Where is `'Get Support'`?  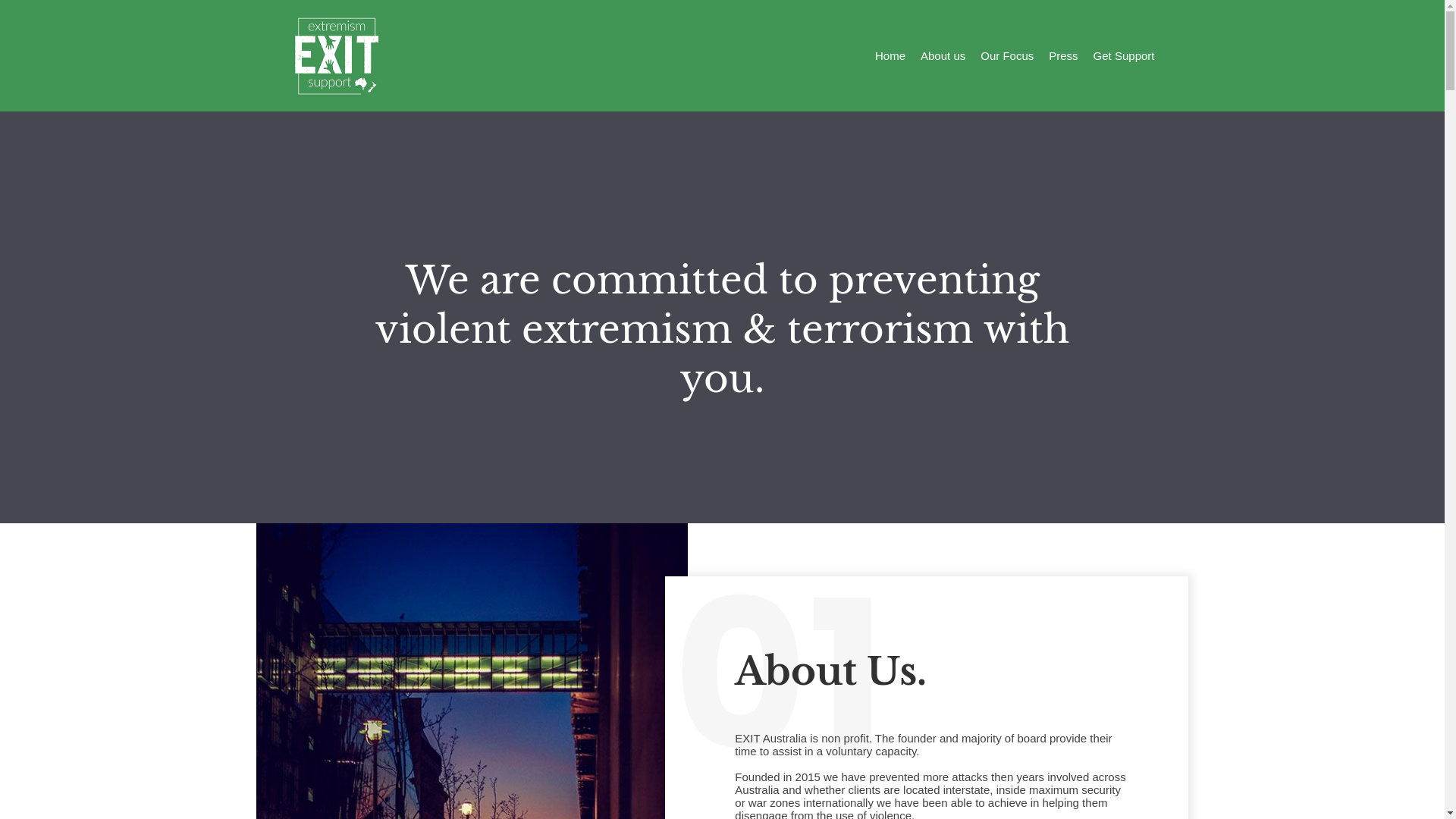
'Get Support' is located at coordinates (1093, 55).